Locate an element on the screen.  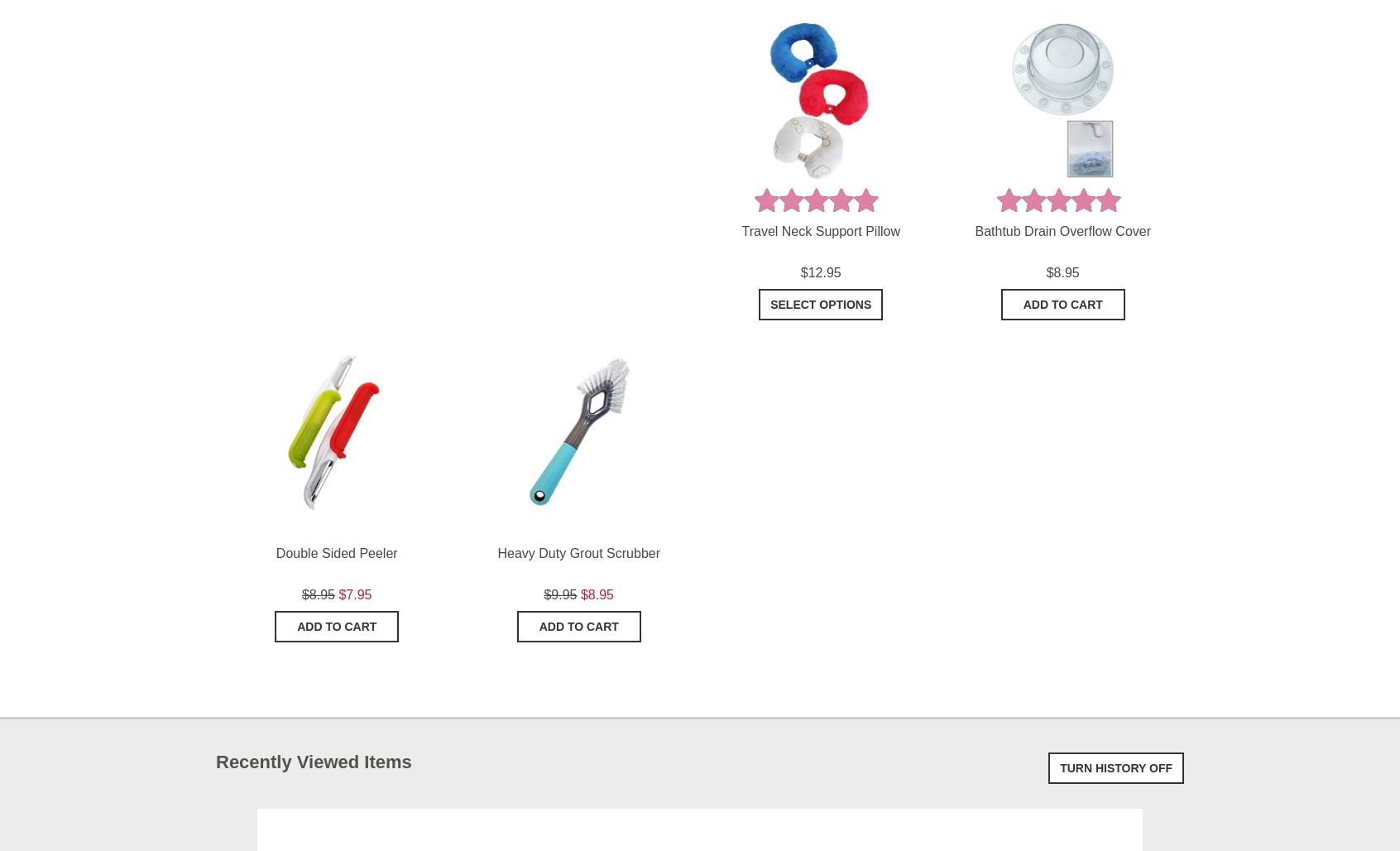
'Bathtub Drain Overflow Cover' is located at coordinates (1062, 231).